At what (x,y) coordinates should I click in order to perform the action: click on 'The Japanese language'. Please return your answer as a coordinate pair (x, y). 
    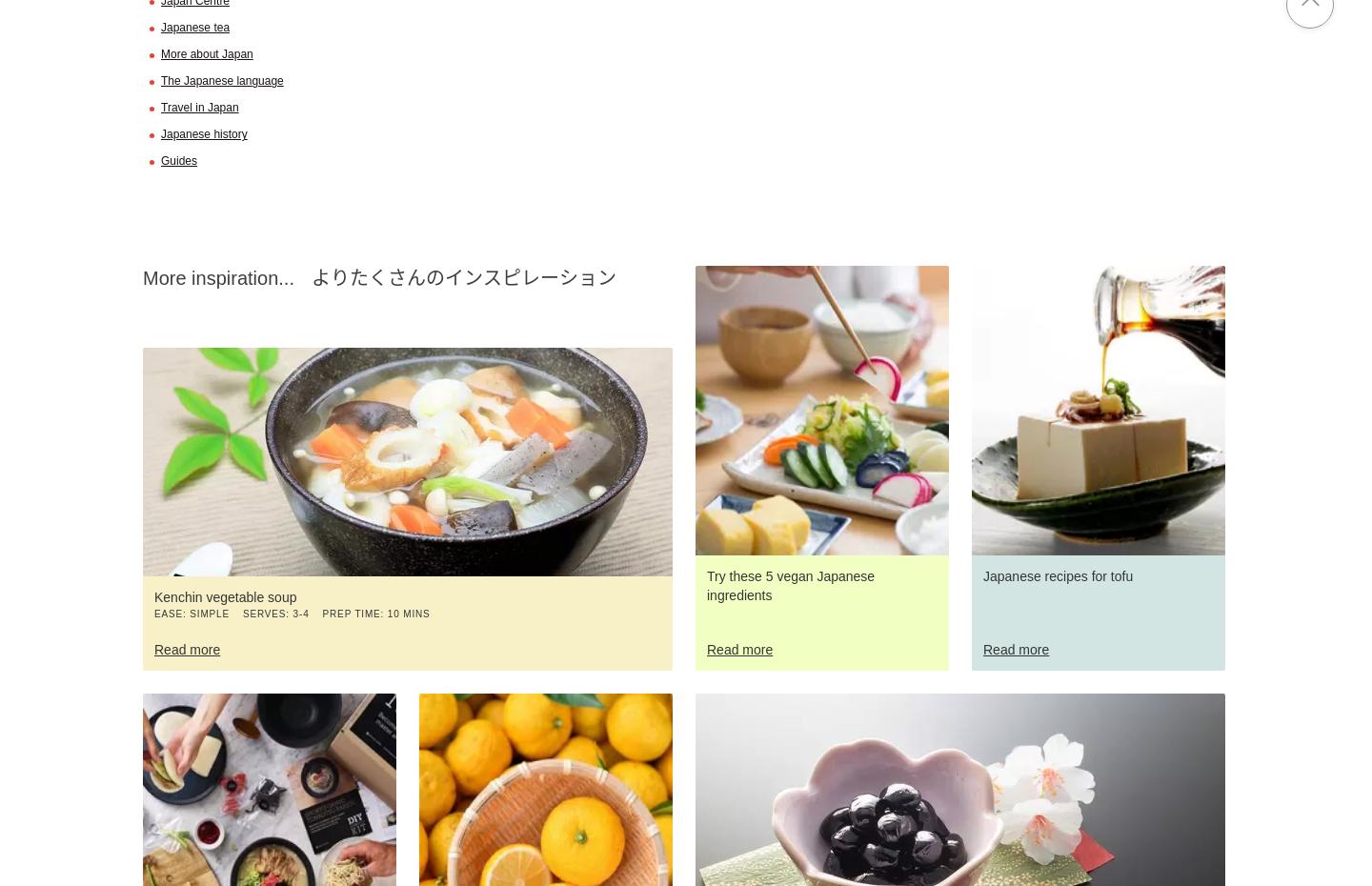
    Looking at the image, I should click on (221, 81).